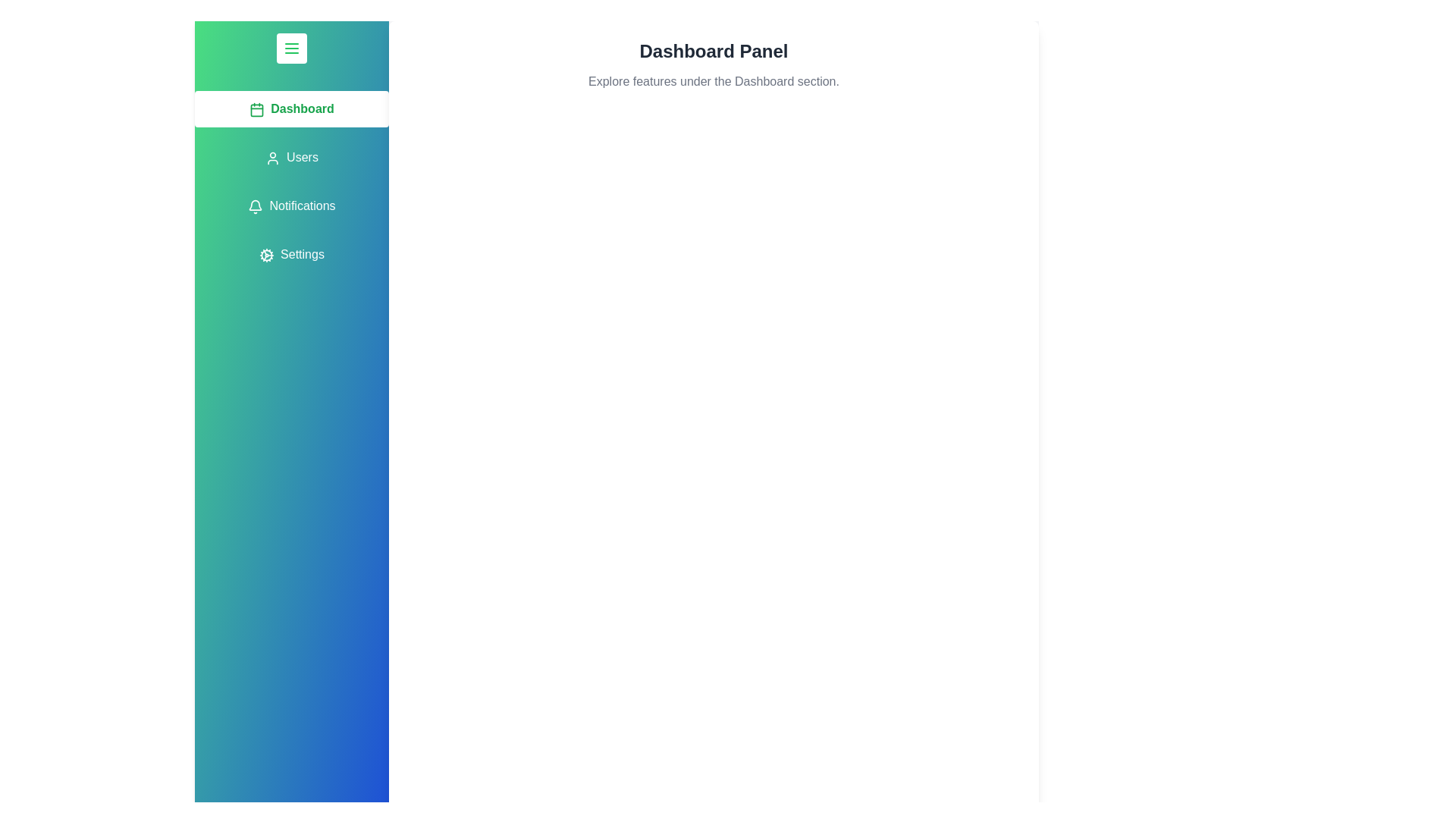  What do you see at coordinates (291, 206) in the screenshot?
I see `the tab labeled Notifications from the menu` at bounding box center [291, 206].